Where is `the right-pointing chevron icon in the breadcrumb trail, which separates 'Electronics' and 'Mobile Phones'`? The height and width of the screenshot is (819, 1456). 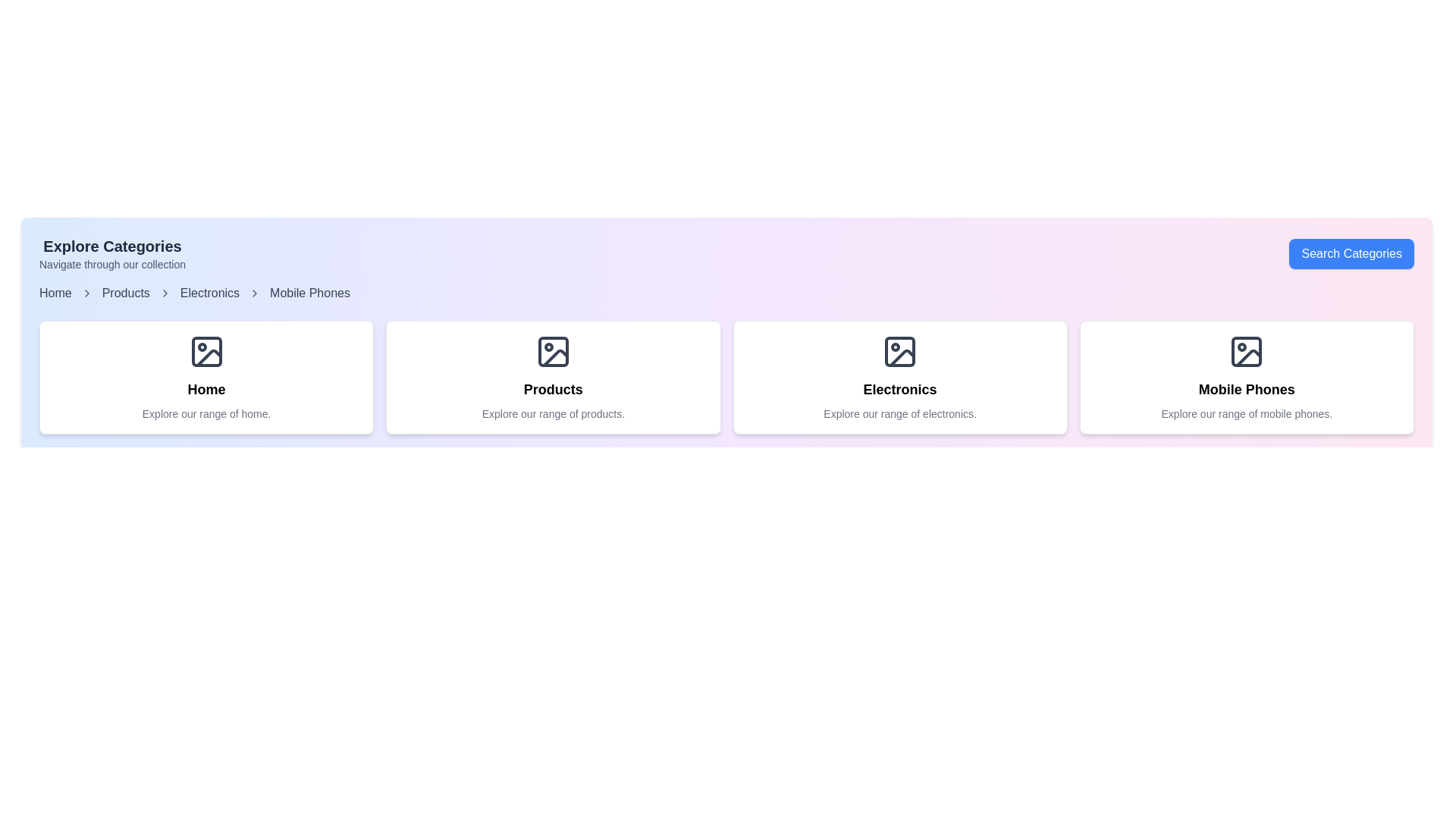
the right-pointing chevron icon in the breadcrumb trail, which separates 'Electronics' and 'Mobile Phones' is located at coordinates (255, 293).